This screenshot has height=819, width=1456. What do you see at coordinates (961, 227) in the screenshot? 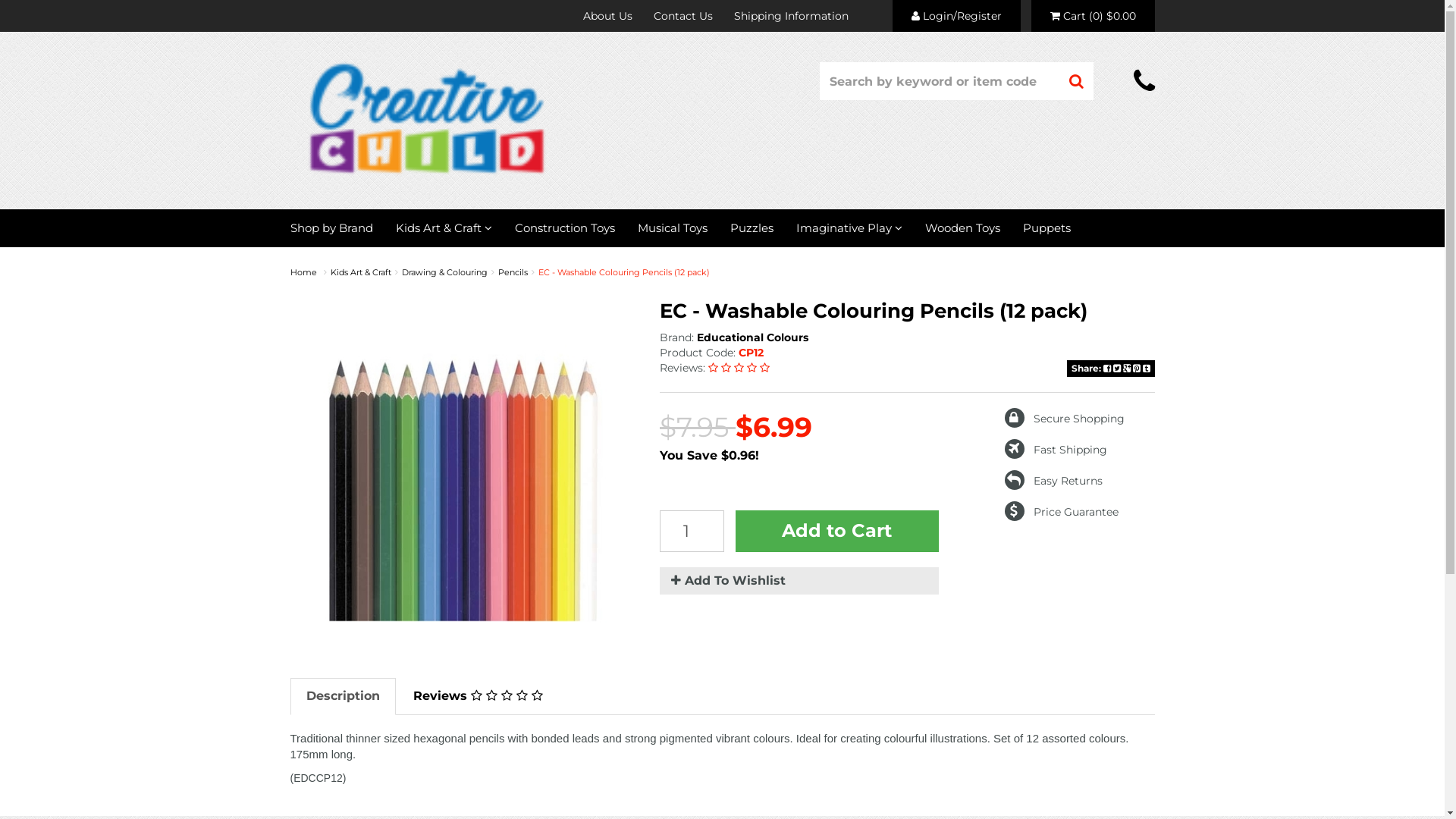
I see `'Wooden Toys'` at bounding box center [961, 227].